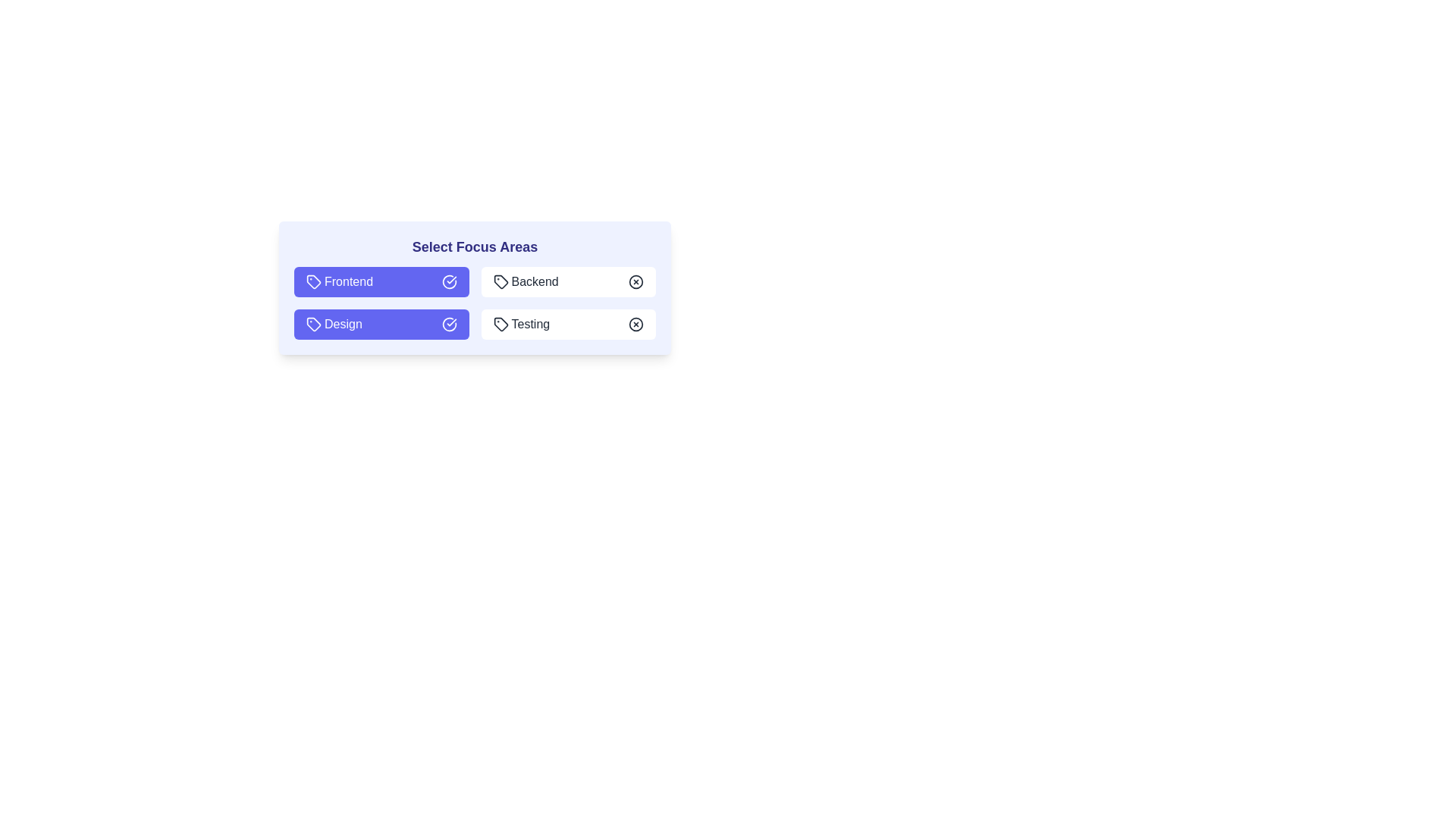 This screenshot has width=1456, height=819. What do you see at coordinates (567, 324) in the screenshot?
I see `the label Testing to toggle its selection state` at bounding box center [567, 324].